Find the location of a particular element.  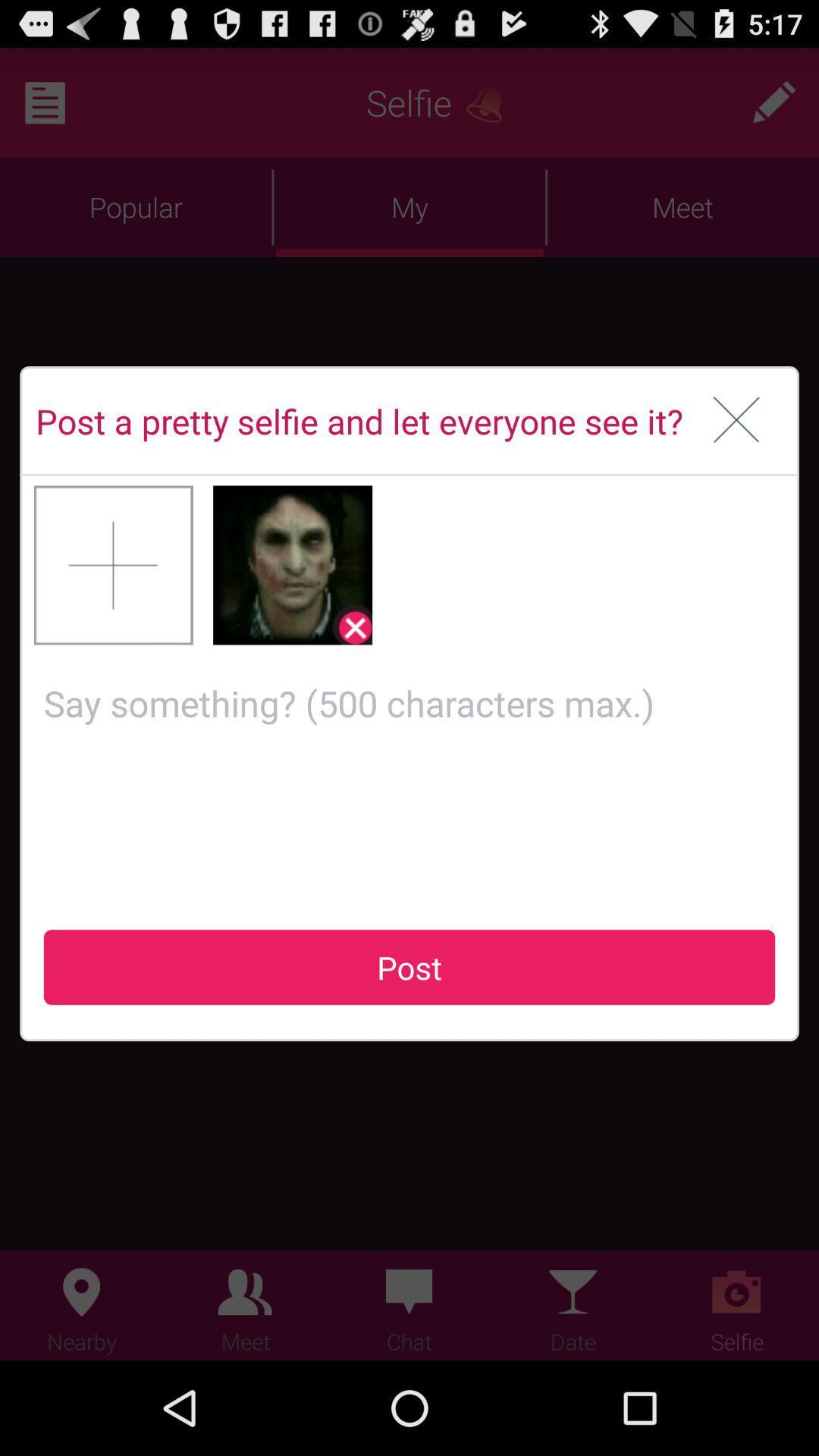

app next to the post a pretty app is located at coordinates (736, 421).